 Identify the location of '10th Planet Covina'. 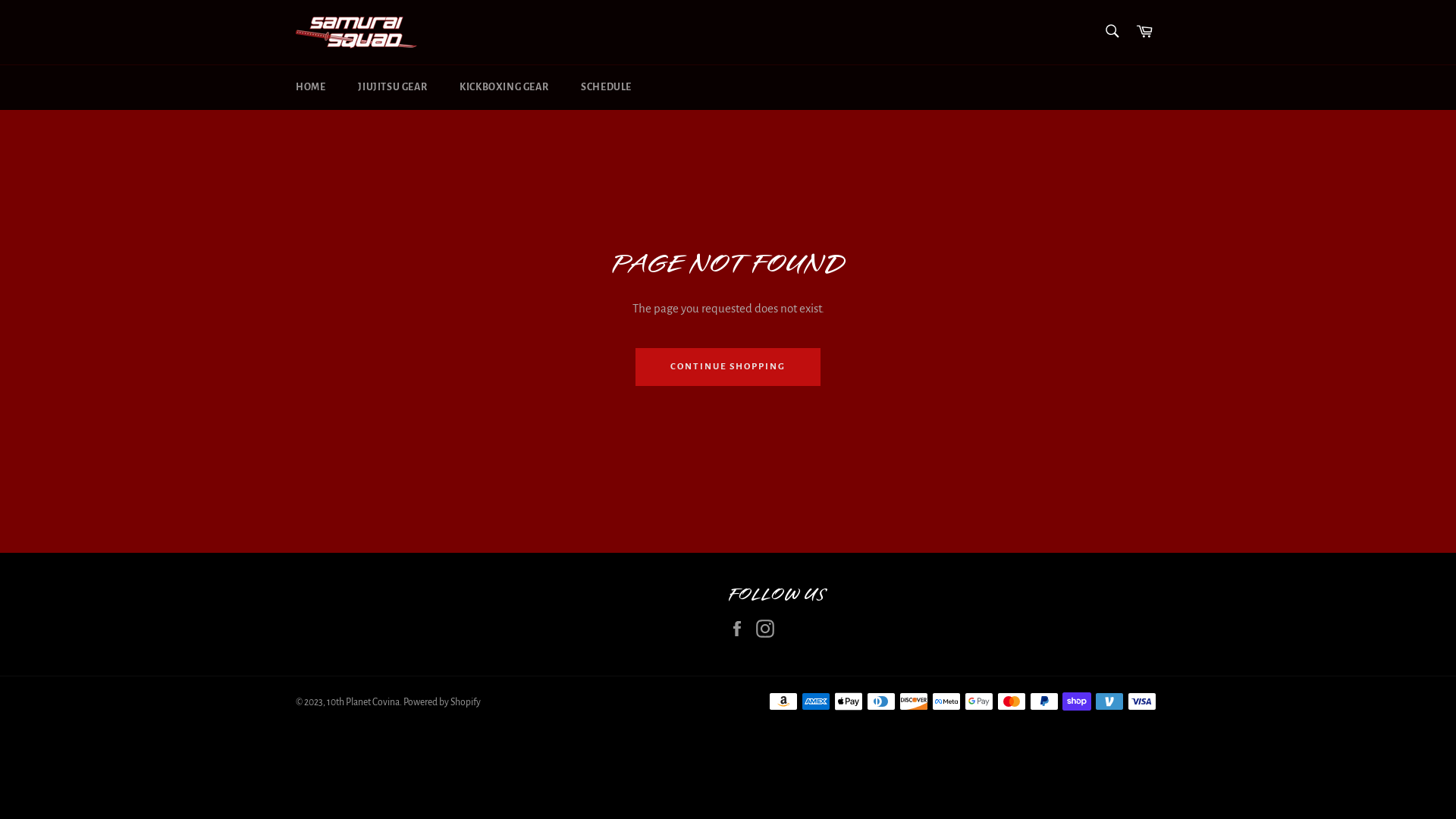
(362, 701).